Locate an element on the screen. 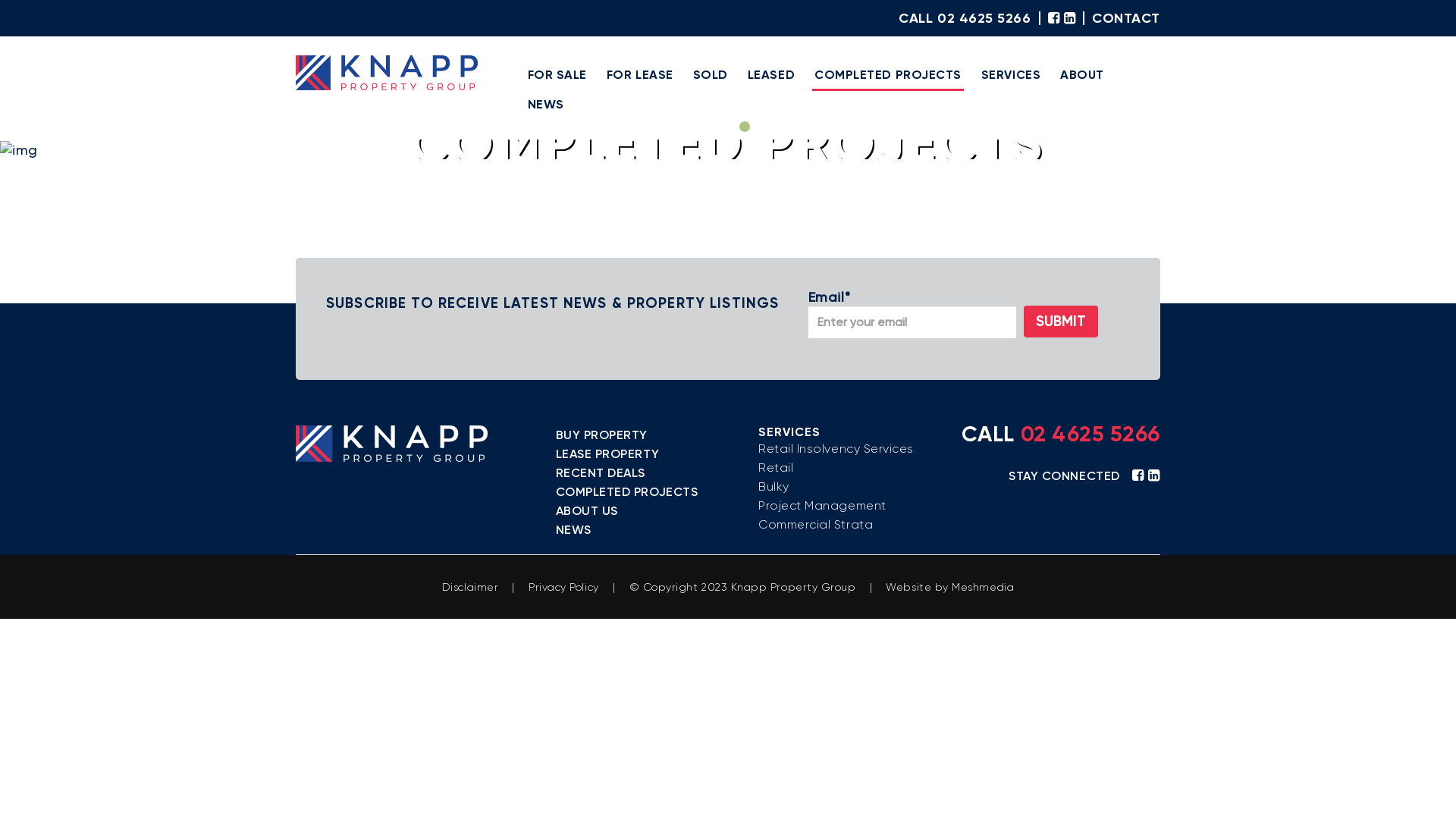 The height and width of the screenshot is (819, 1456). 'Project Management' is located at coordinates (821, 505).